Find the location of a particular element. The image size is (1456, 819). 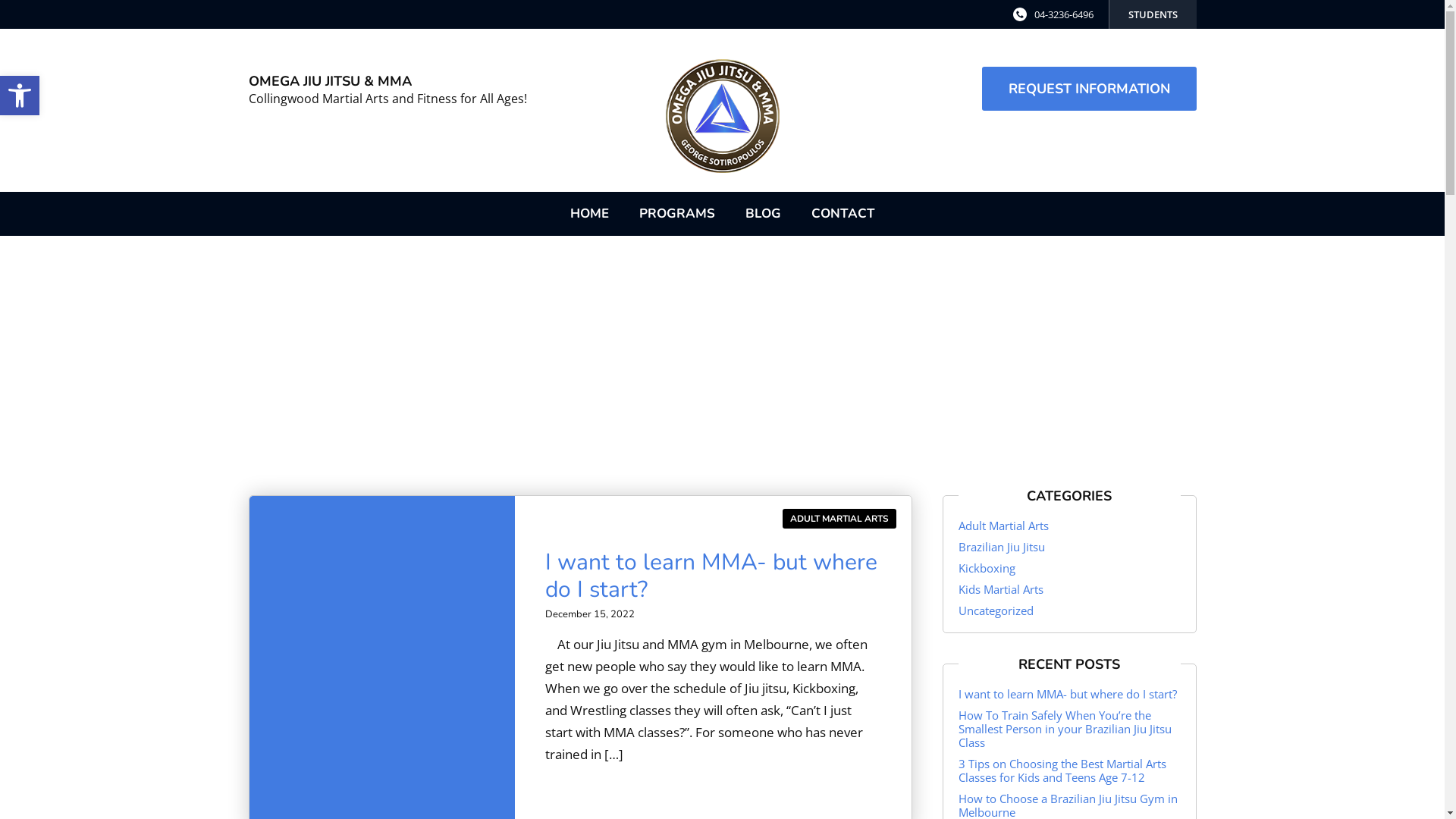

'Adult Martial Arts' is located at coordinates (1003, 525).